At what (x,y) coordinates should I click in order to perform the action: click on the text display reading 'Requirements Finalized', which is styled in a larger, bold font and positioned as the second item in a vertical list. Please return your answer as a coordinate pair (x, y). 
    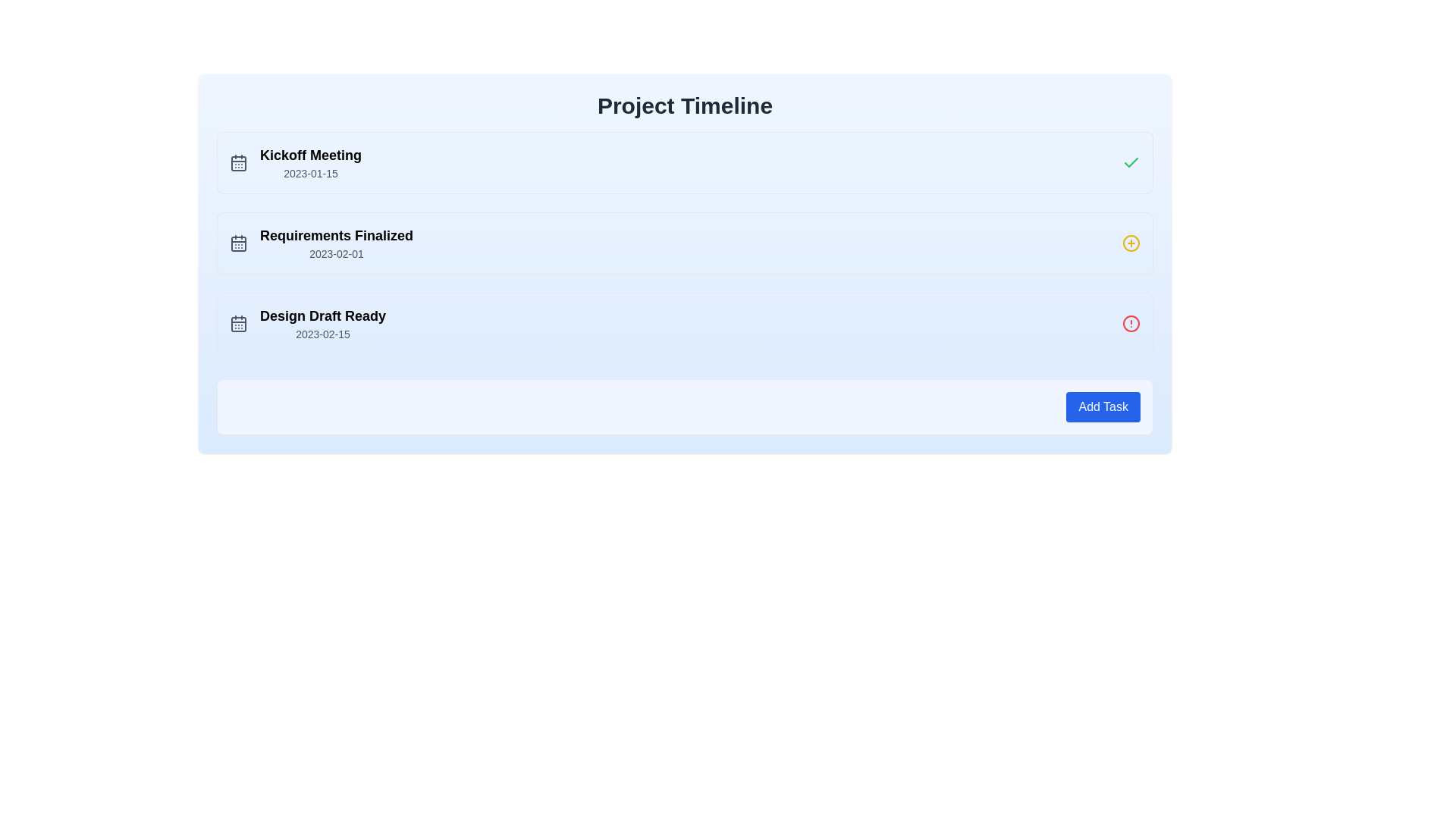
    Looking at the image, I should click on (336, 236).